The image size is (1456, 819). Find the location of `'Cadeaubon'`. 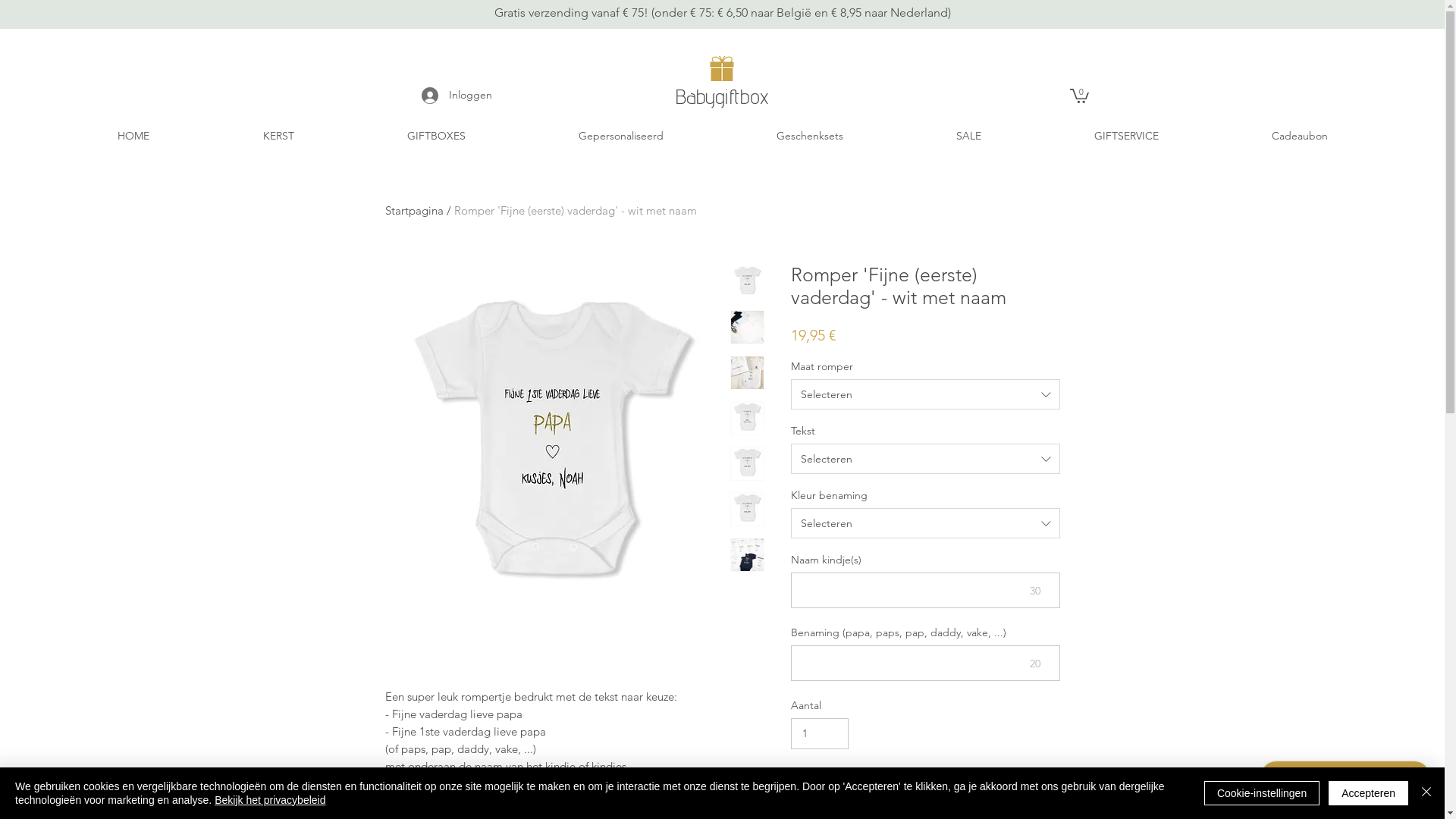

'Cadeaubon' is located at coordinates (1298, 135).